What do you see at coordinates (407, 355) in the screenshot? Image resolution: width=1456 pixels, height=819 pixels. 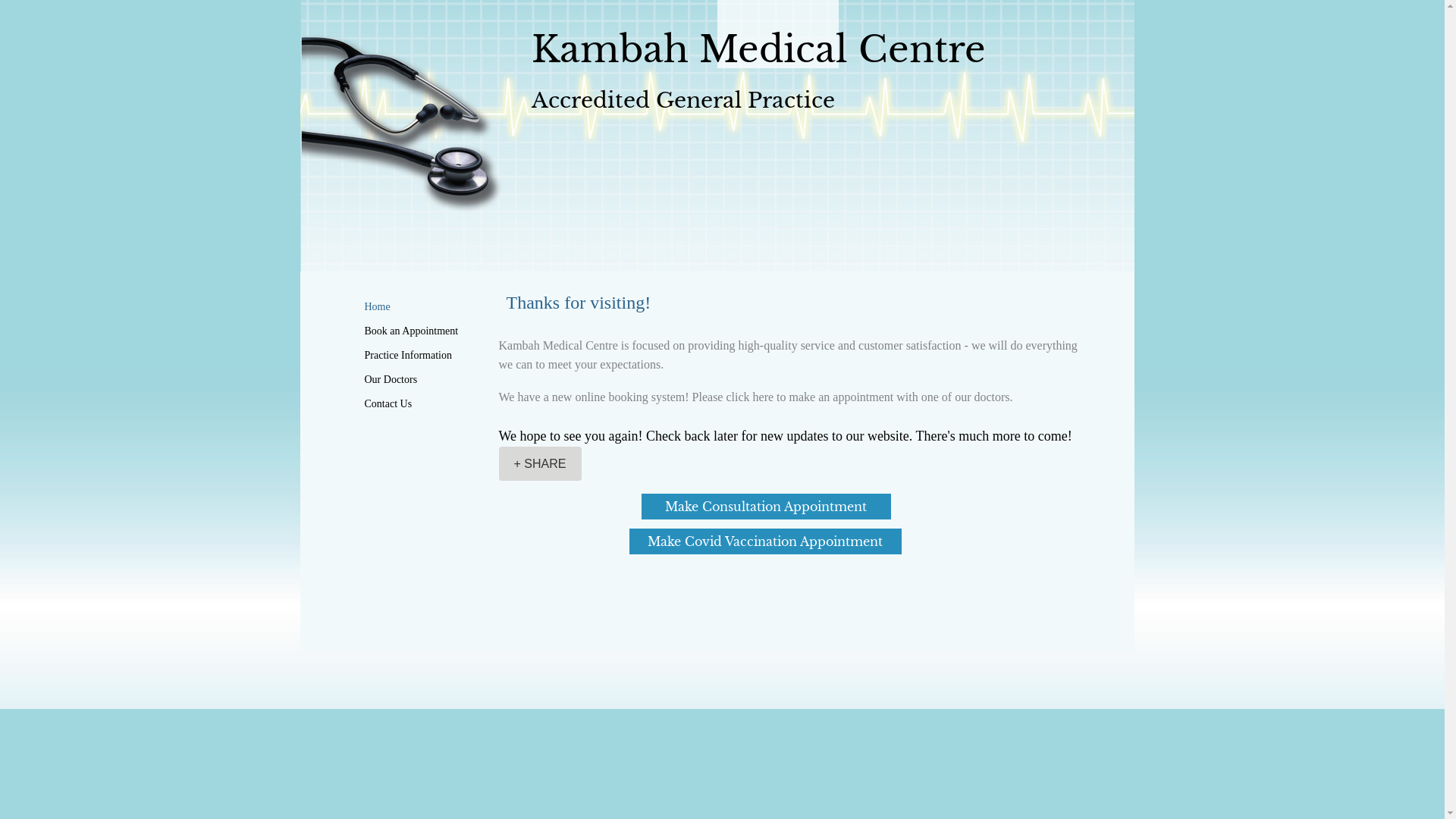 I see `'Practice Information'` at bounding box center [407, 355].